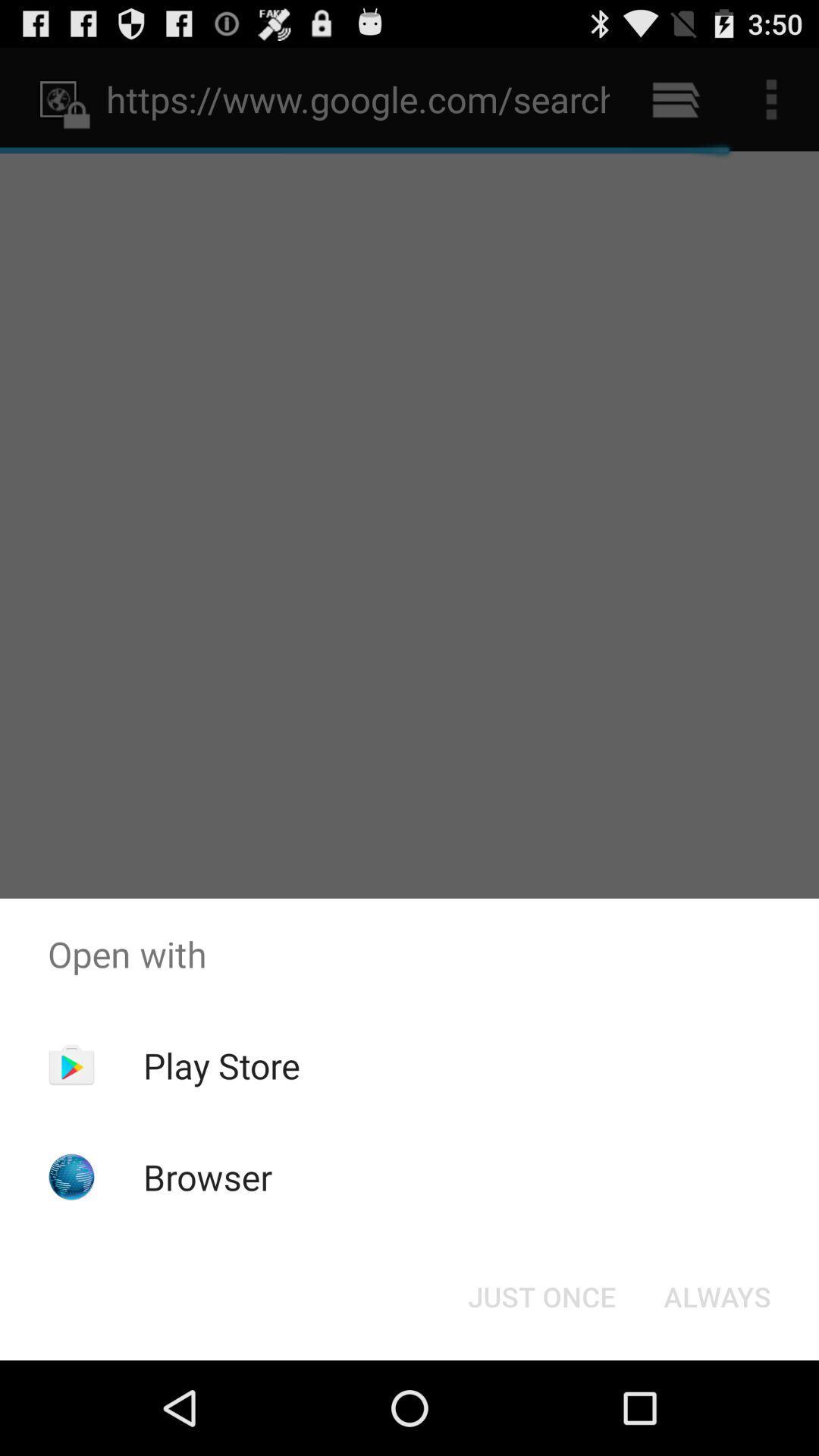 The image size is (819, 1456). I want to click on the just once icon, so click(541, 1295).